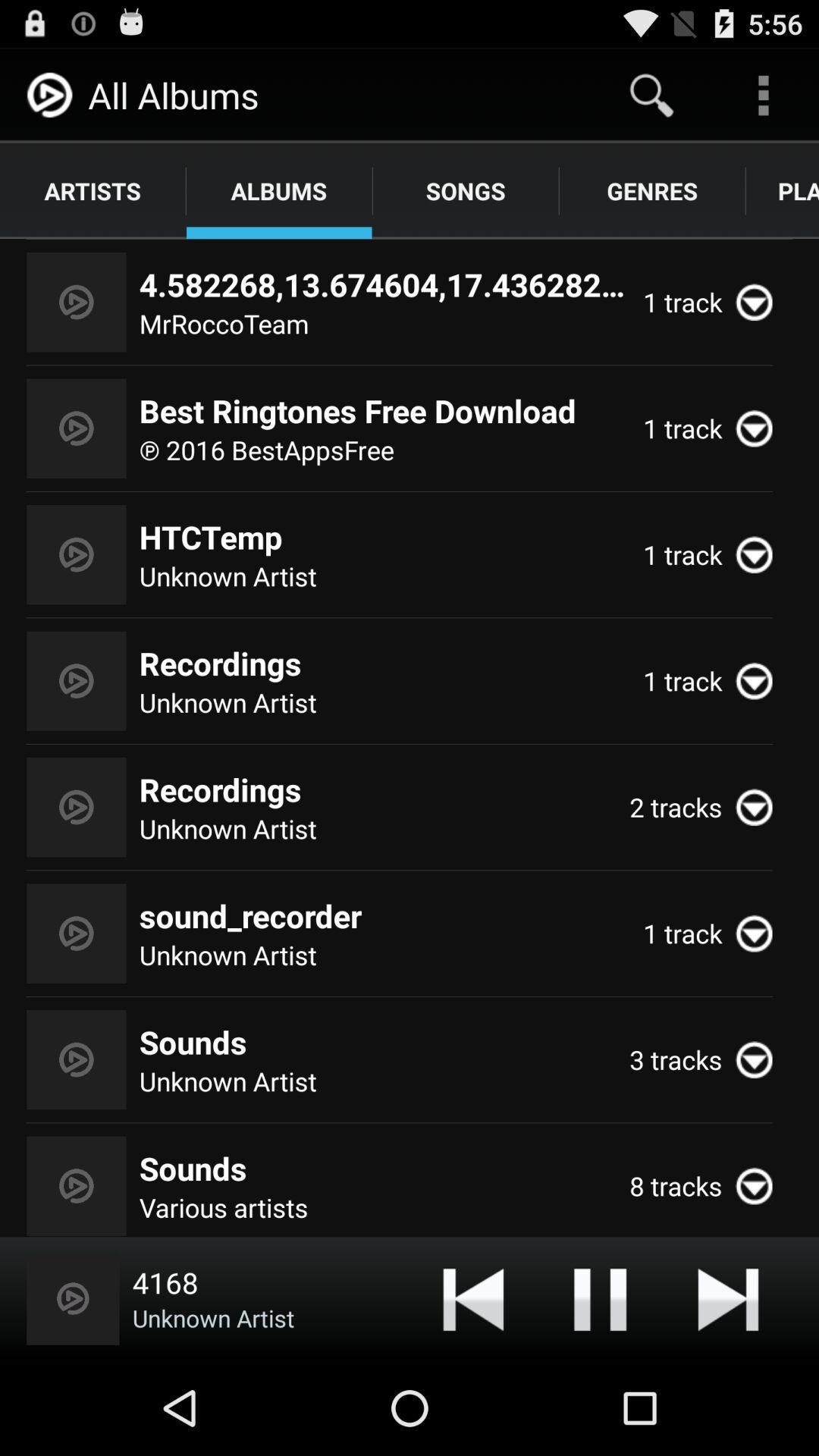 The image size is (819, 1456). Describe the element at coordinates (761, 1185) in the screenshot. I see `the button next to 8 tracks` at that location.